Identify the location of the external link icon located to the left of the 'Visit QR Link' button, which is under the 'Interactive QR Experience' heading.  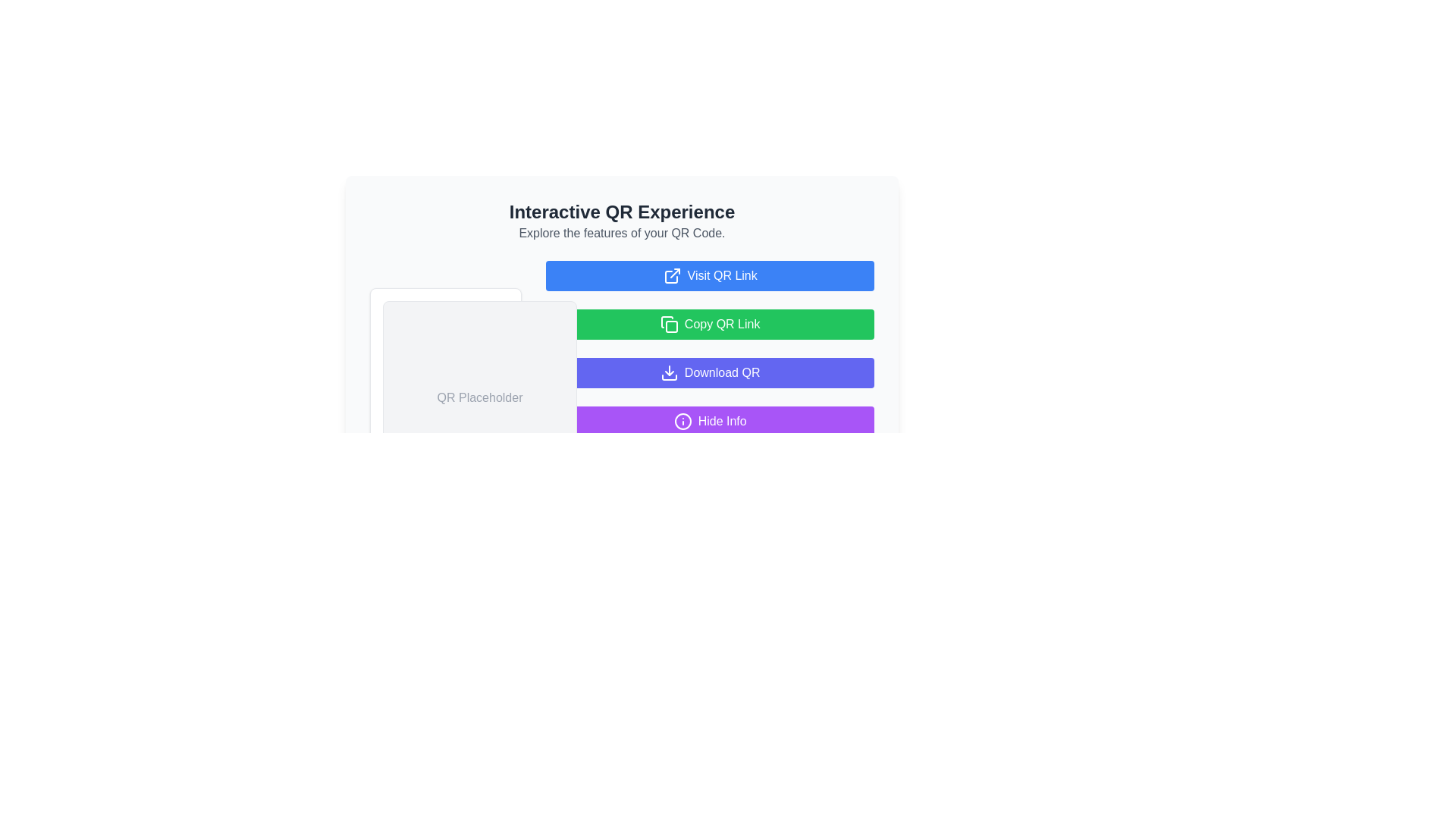
(671, 275).